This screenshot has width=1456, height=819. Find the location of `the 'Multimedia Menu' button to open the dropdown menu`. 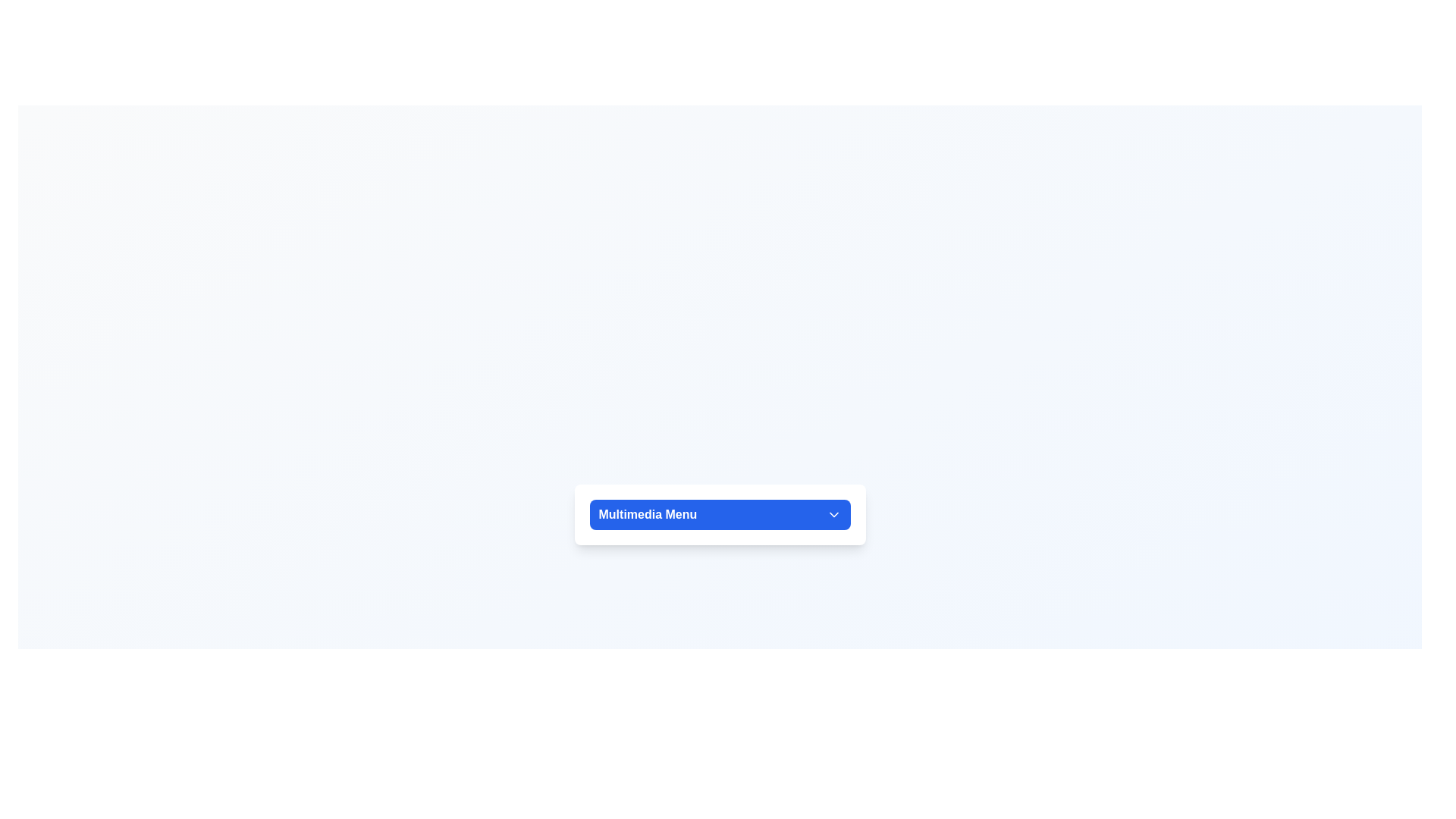

the 'Multimedia Menu' button to open the dropdown menu is located at coordinates (719, 513).